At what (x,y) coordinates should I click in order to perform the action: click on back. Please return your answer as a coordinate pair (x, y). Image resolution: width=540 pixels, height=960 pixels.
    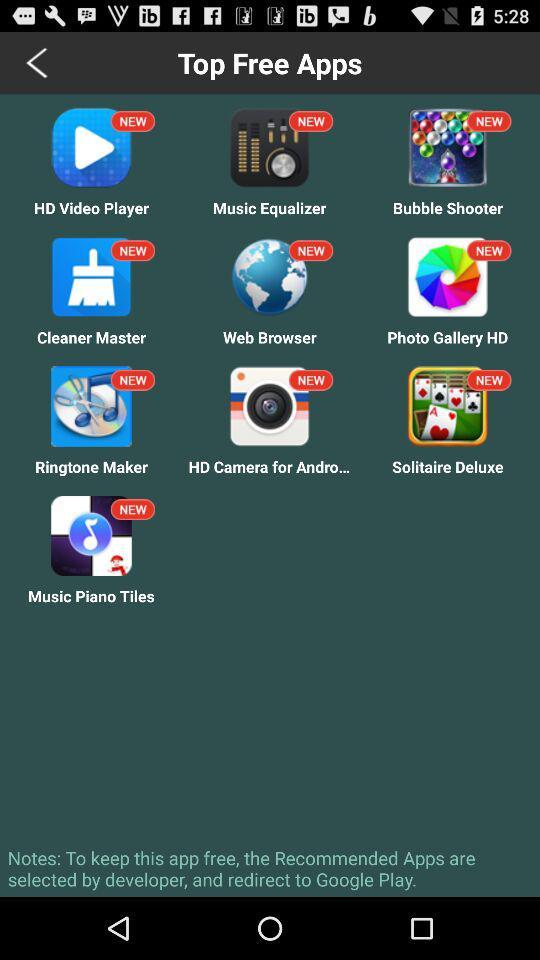
    Looking at the image, I should click on (38, 62).